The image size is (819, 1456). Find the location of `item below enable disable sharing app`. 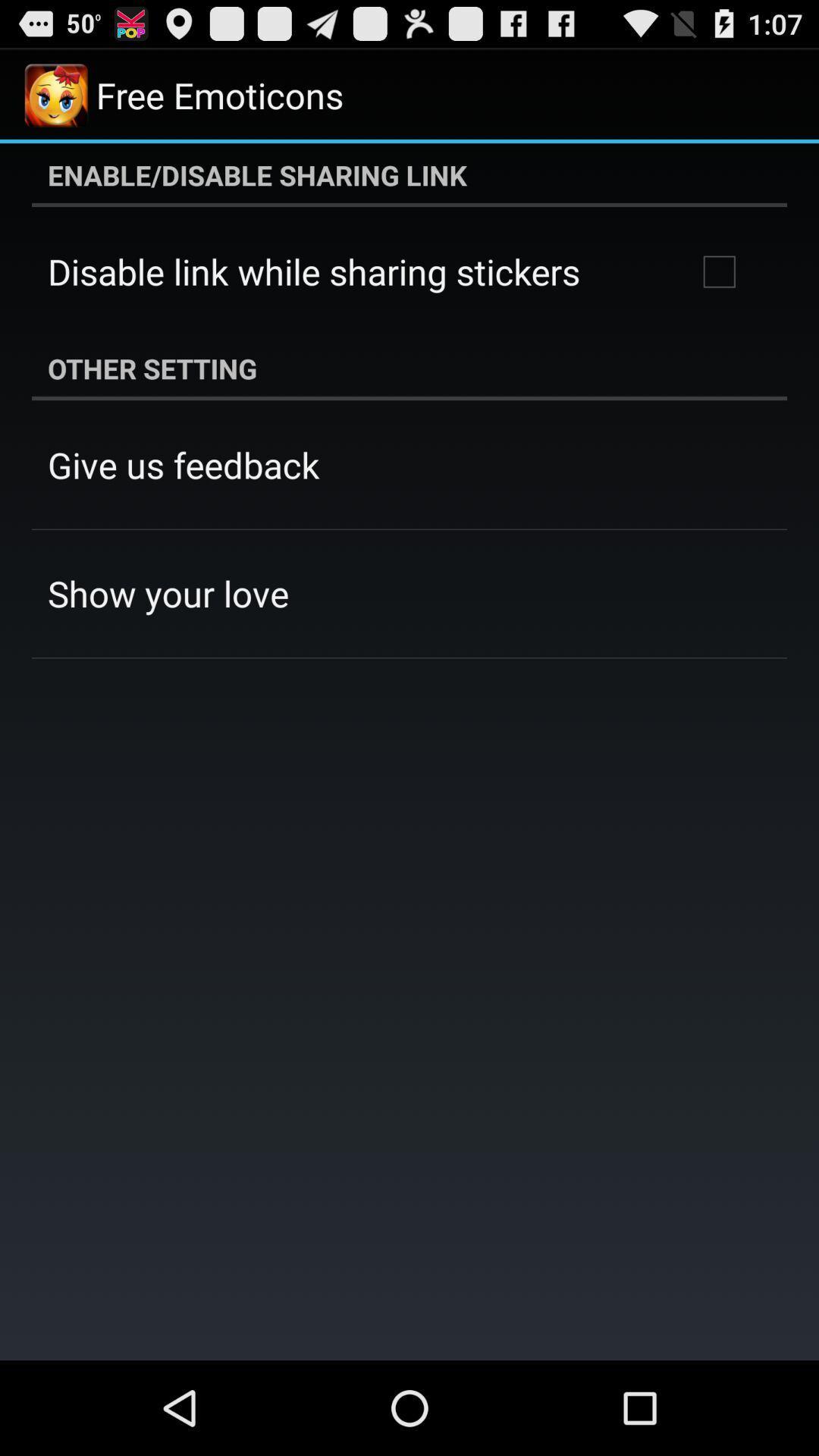

item below enable disable sharing app is located at coordinates (718, 271).